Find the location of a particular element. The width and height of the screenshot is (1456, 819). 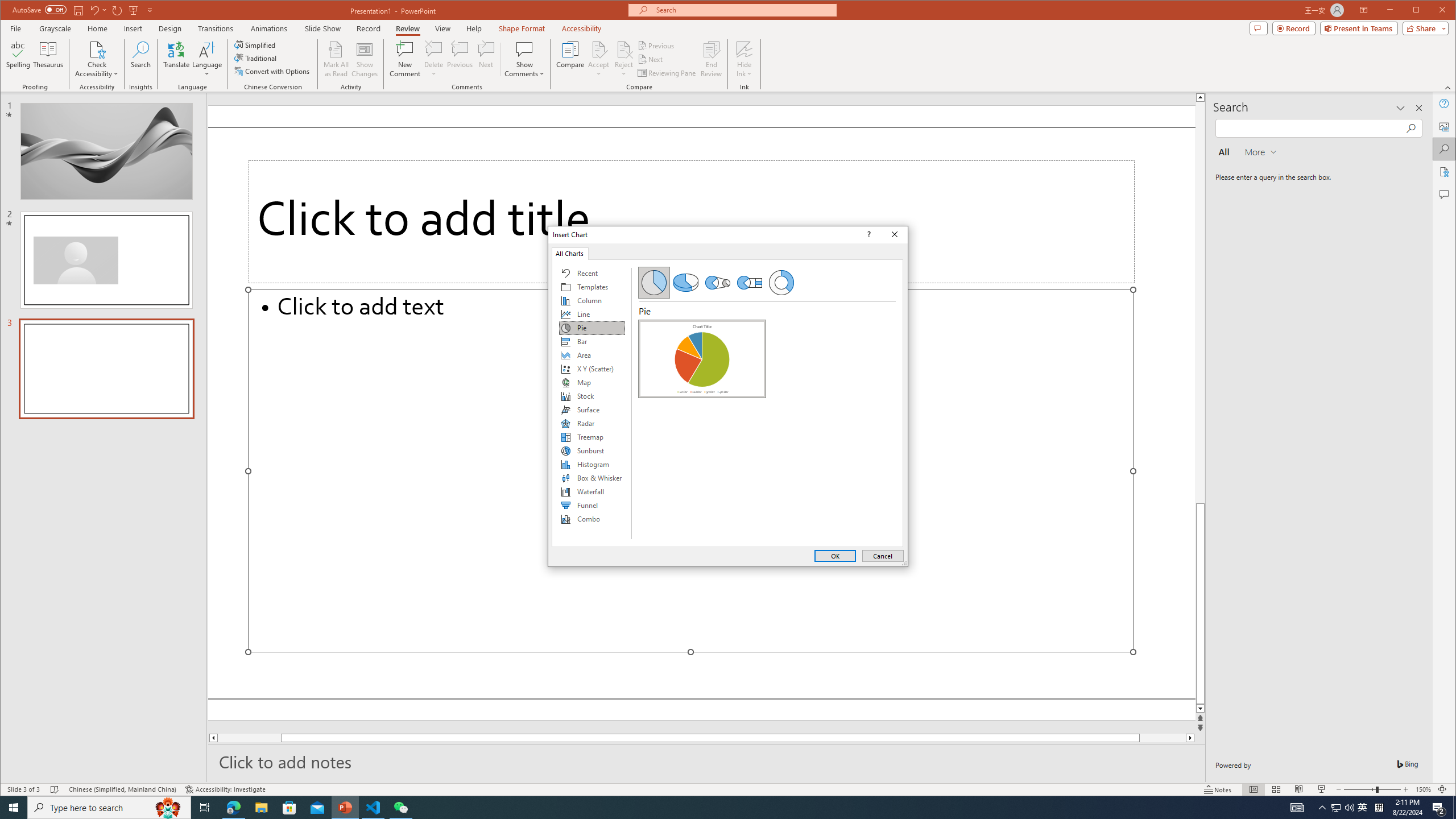

'Maximize' is located at coordinates (1433, 11).